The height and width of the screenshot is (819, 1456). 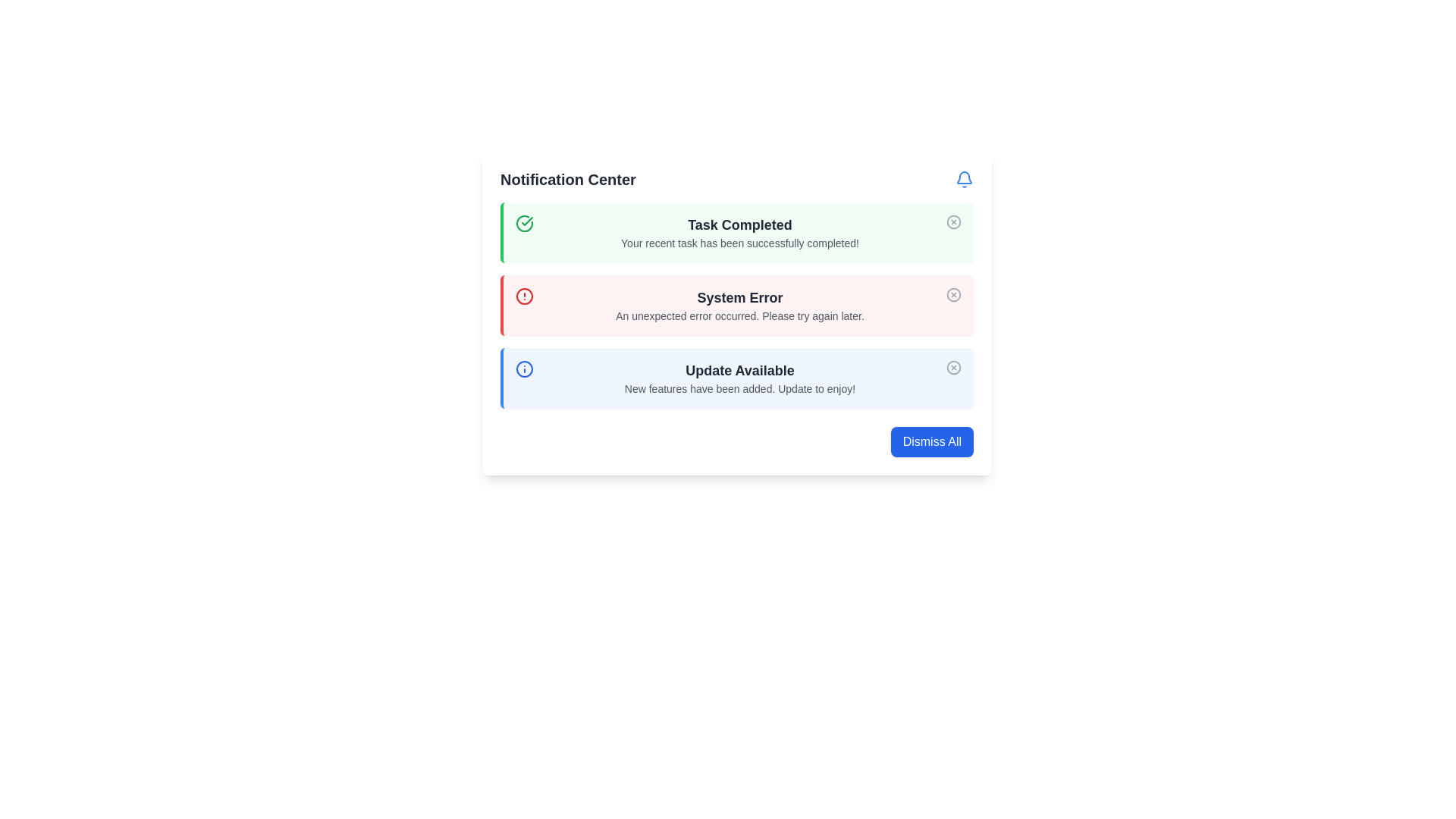 I want to click on the text content of the third notification message in the notification center to potentially trigger a tooltip or highlight, so click(x=739, y=377).